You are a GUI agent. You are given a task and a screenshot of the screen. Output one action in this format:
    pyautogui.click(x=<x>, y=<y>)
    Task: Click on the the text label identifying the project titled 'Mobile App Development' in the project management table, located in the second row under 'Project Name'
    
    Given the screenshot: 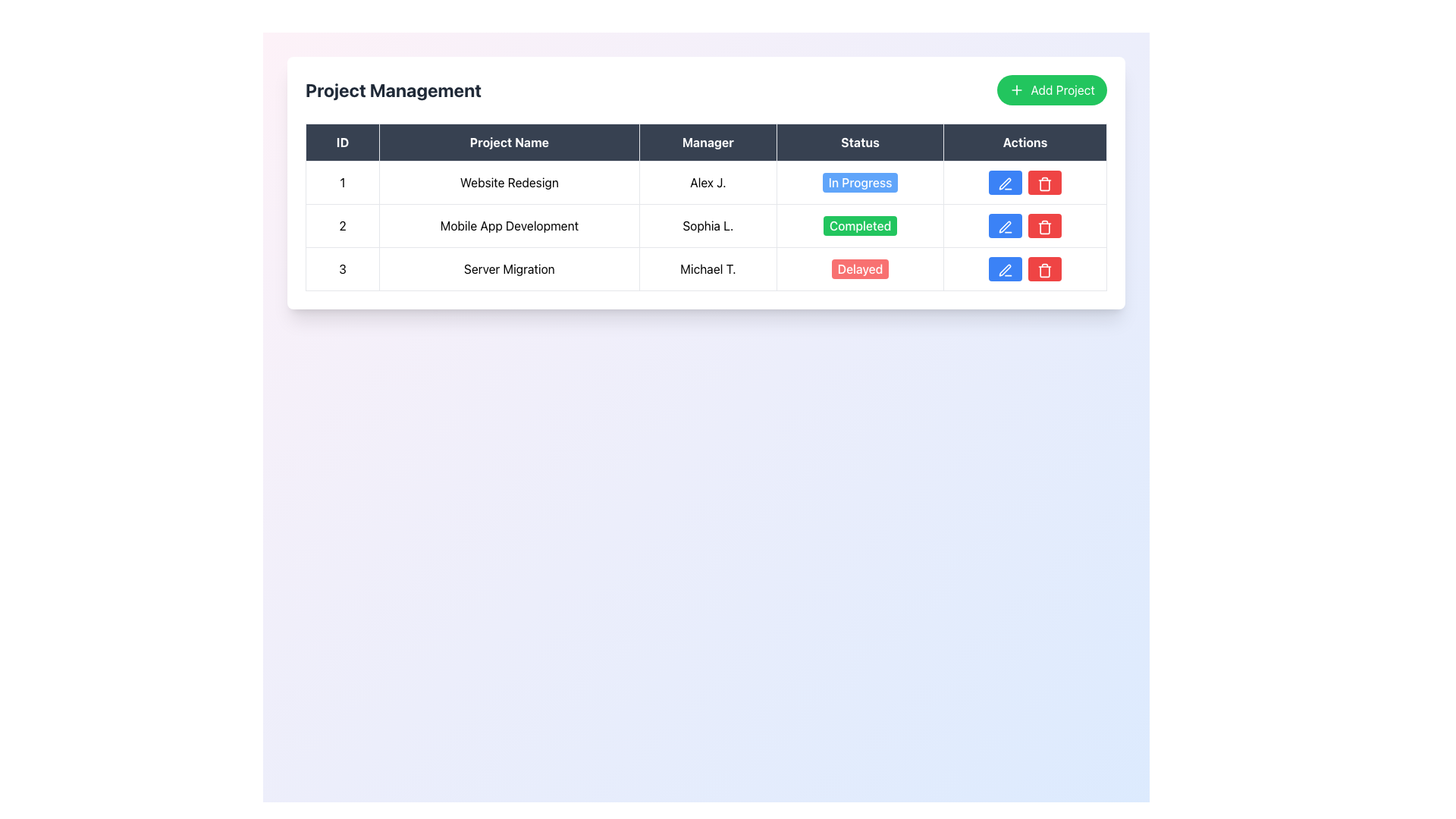 What is the action you would take?
    pyautogui.click(x=509, y=225)
    